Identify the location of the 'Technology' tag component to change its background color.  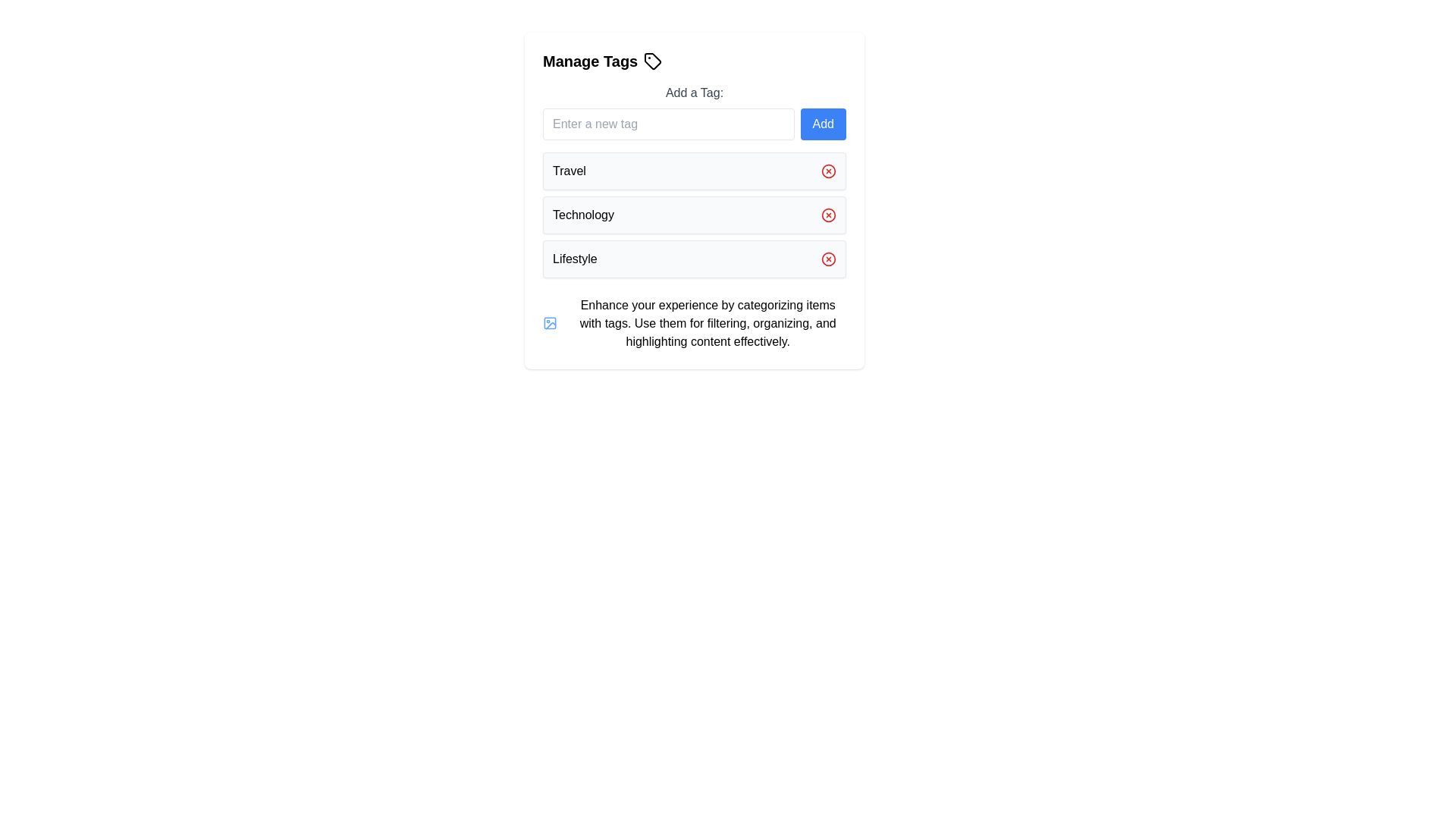
(694, 215).